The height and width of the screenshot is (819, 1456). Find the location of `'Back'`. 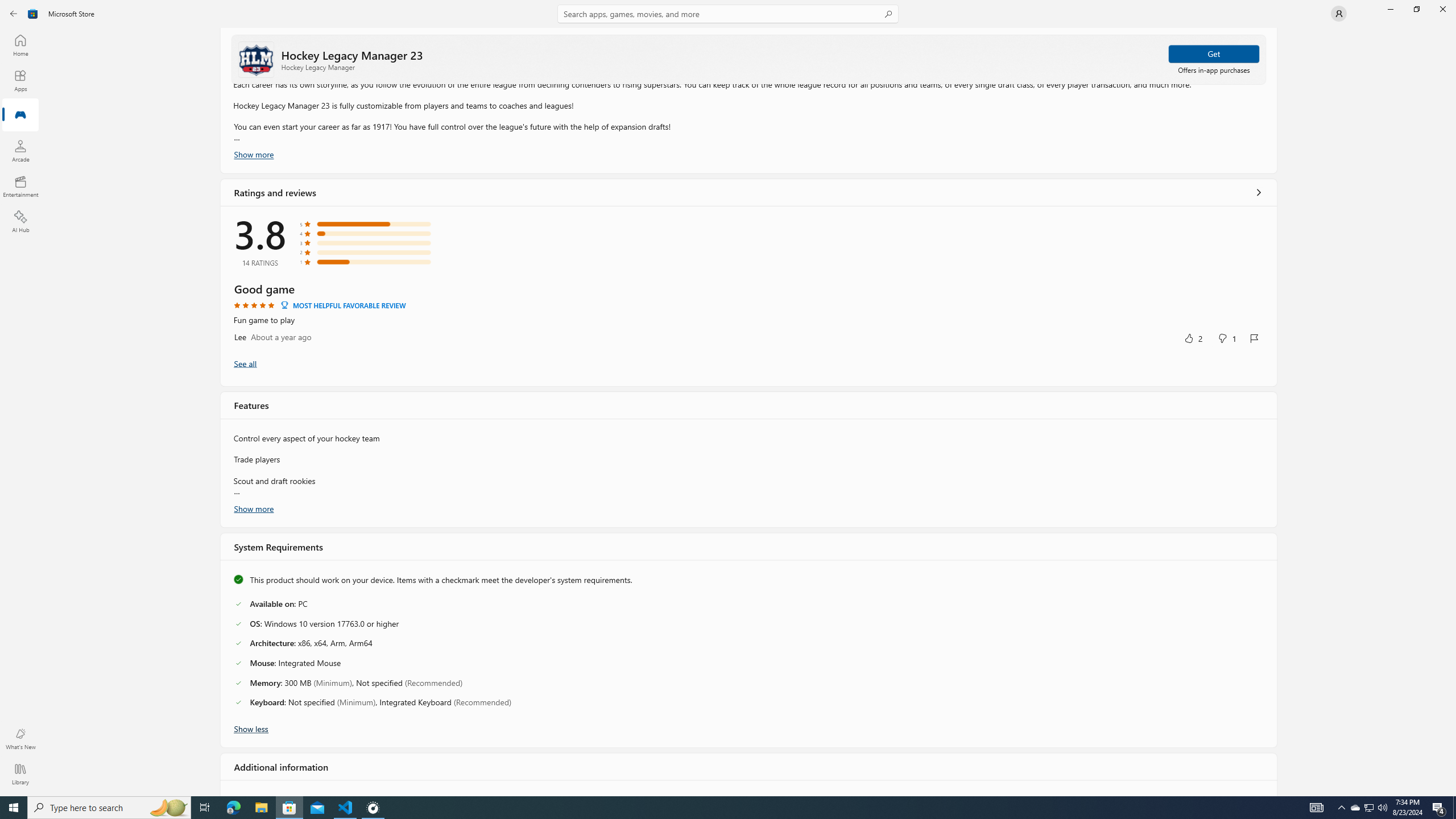

'Back' is located at coordinates (14, 13).